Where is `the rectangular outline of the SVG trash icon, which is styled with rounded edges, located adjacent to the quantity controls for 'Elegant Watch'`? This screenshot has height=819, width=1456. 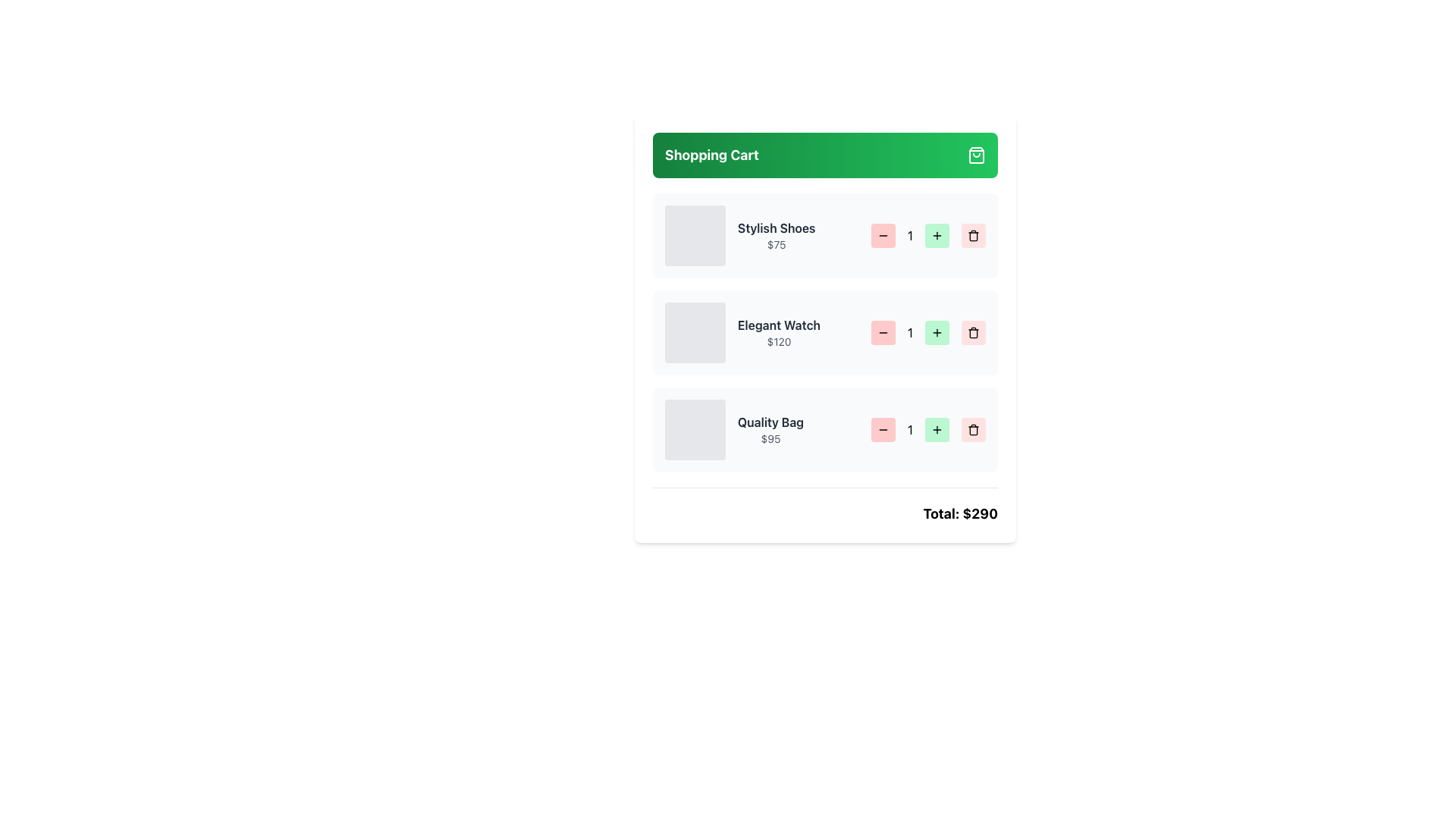 the rectangular outline of the SVG trash icon, which is styled with rounded edges, located adjacent to the quantity controls for 'Elegant Watch' is located at coordinates (973, 332).